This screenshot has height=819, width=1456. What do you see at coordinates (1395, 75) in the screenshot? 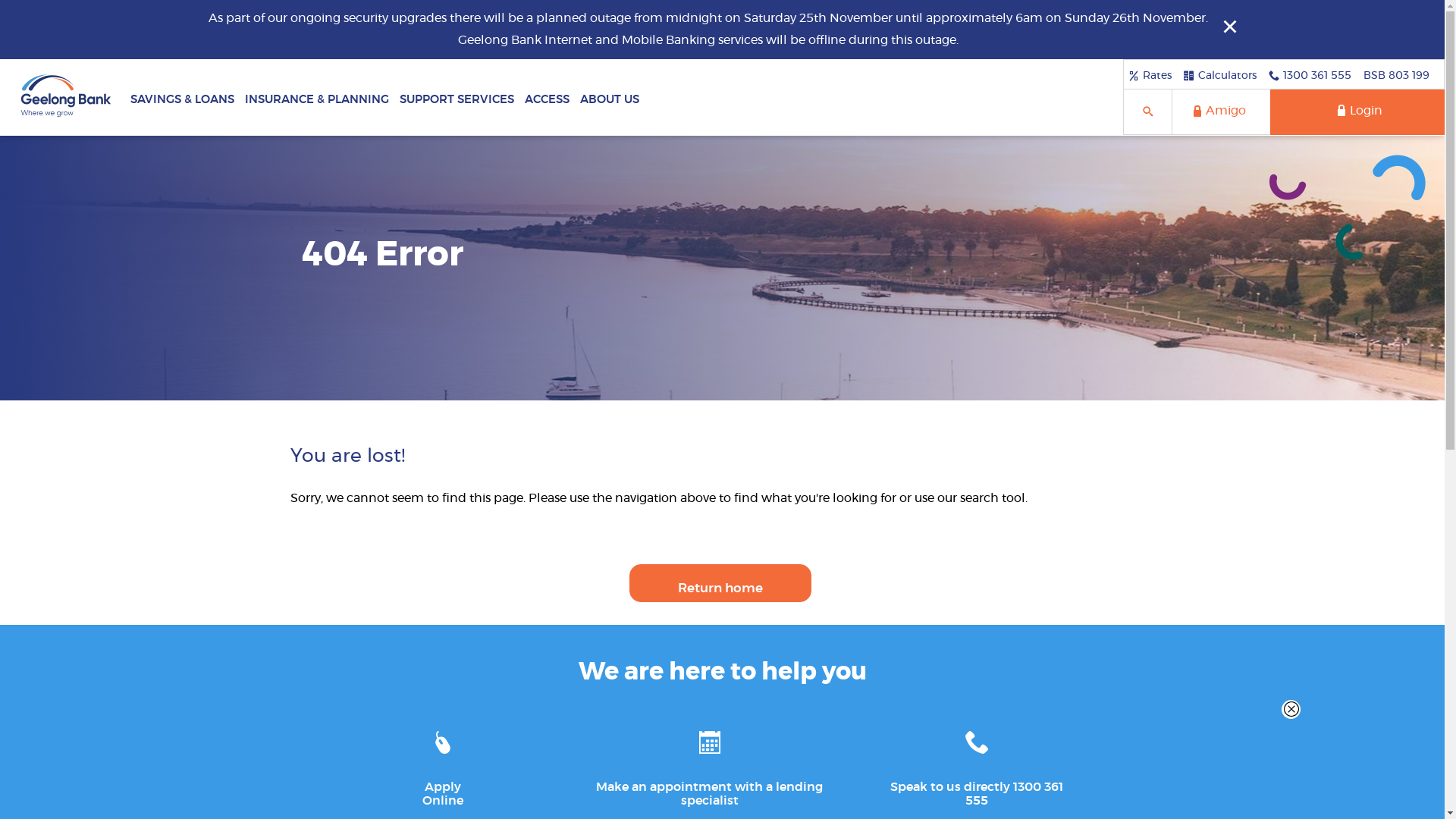
I see `'BSB 803 199'` at bounding box center [1395, 75].